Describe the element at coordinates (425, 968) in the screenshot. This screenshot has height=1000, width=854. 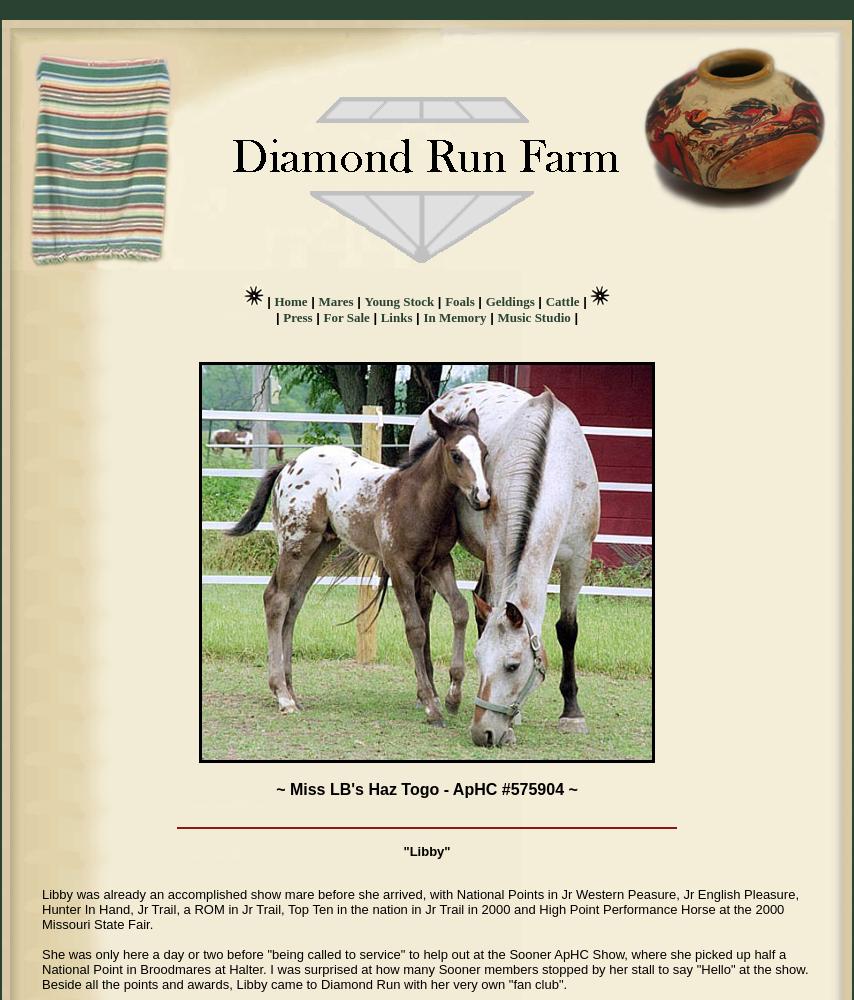
I see `'She was only here a day or two before "being called to service" to help out at the Sooner 
ApHC Show, where she picked up half a National Point in Broodmares at Halter. I was 
surprised at how many Sooner members stopped by her stall to say "Hello" at the show. 
Beside all the points and awards, Libby came to Diamond Run with her very own "fan club".'` at that location.